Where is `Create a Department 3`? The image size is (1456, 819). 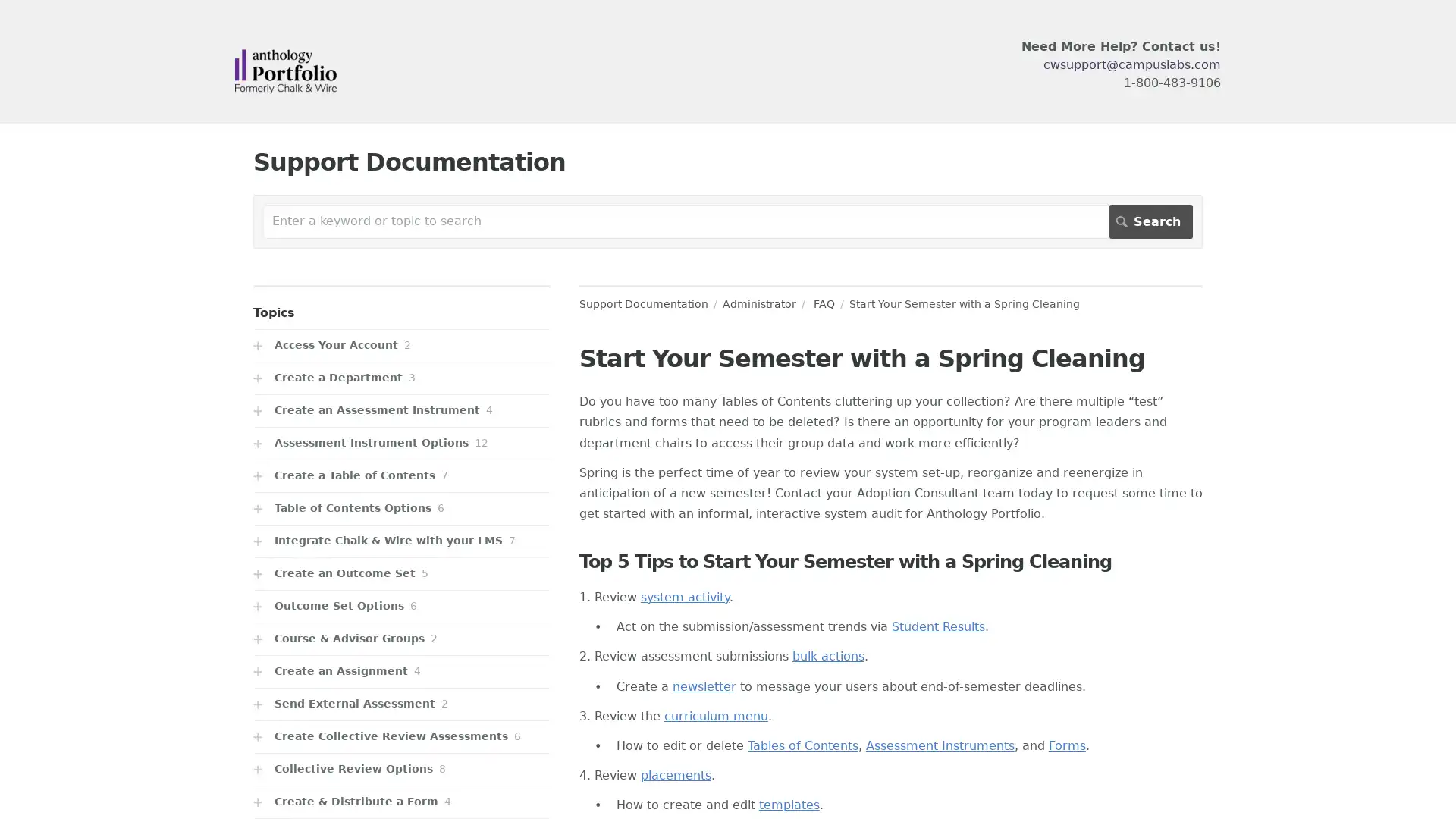 Create a Department 3 is located at coordinates (401, 377).